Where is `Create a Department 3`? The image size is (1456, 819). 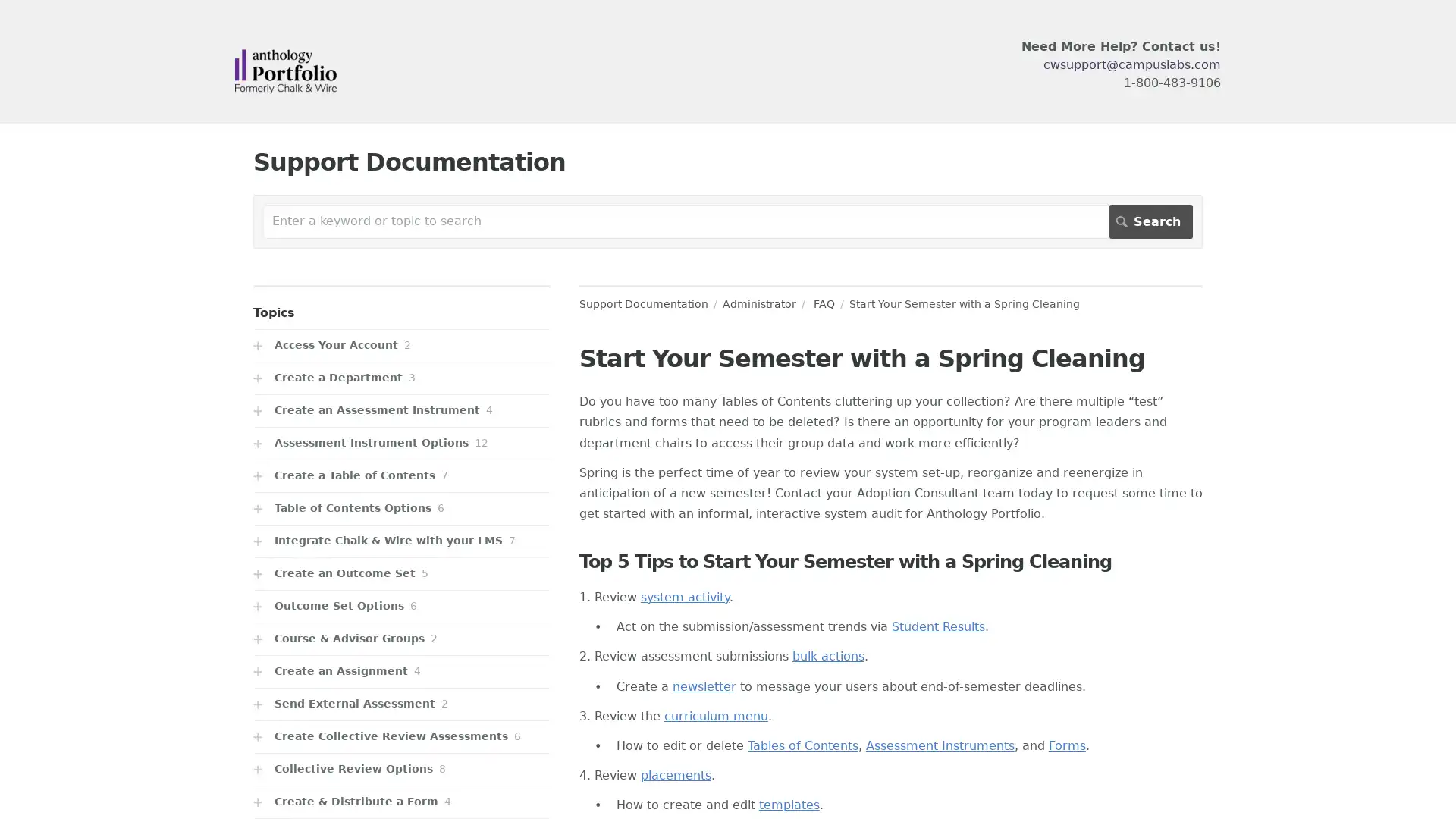 Create a Department 3 is located at coordinates (401, 377).